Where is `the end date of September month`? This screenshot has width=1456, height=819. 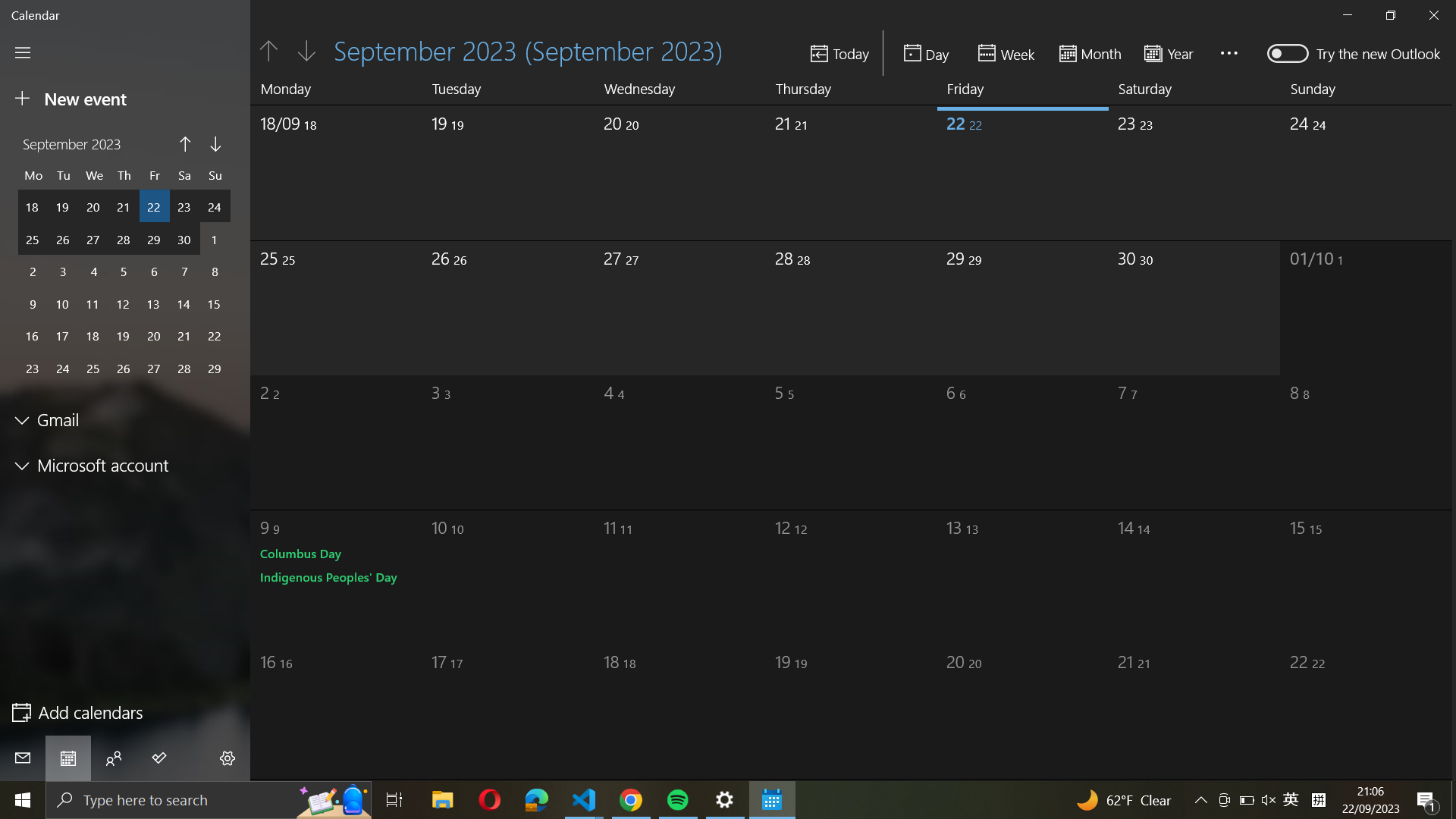 the end date of September month is located at coordinates (1195, 167).